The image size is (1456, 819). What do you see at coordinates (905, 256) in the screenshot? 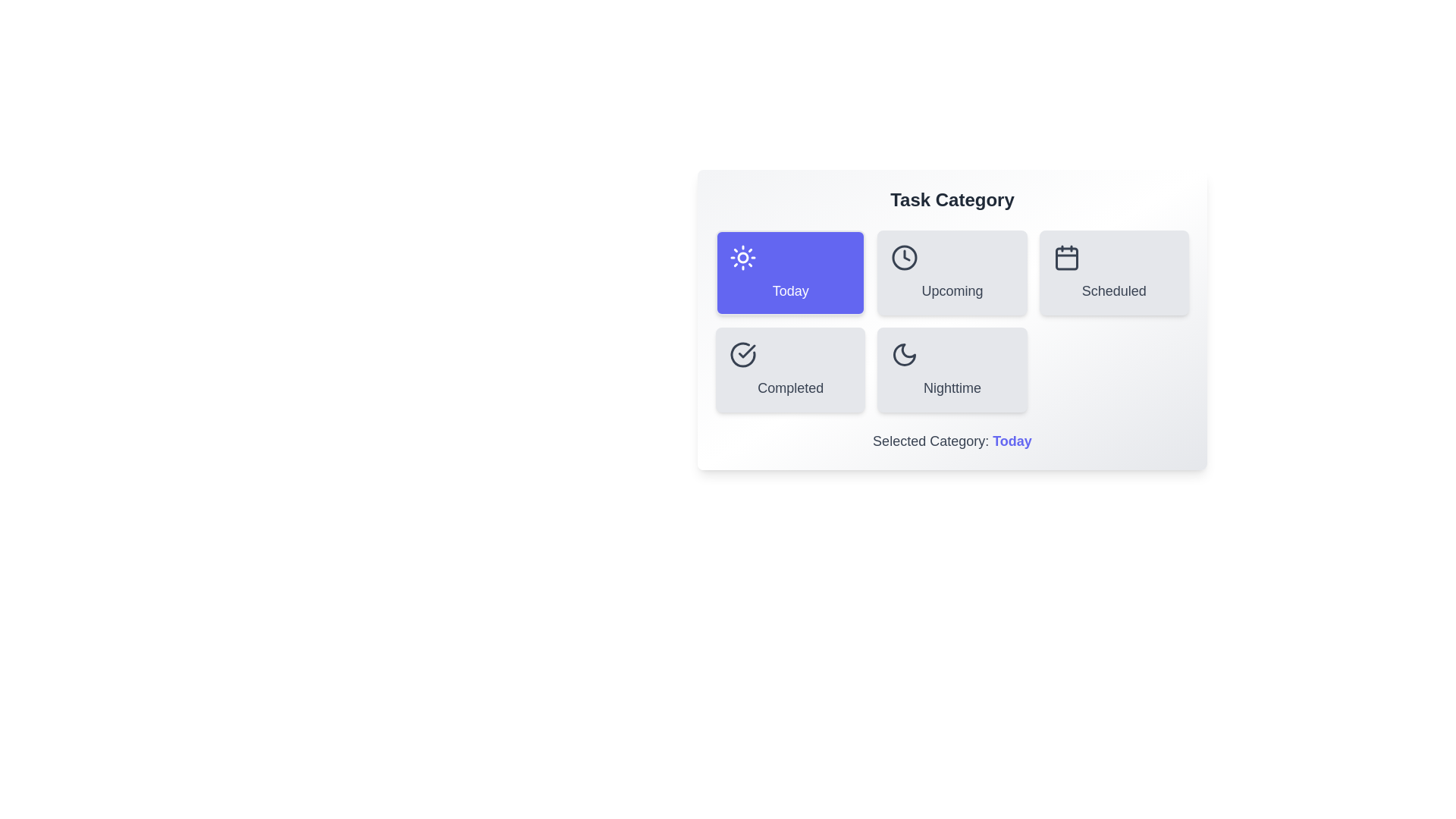
I see `the icon of the Upcoming category button` at bounding box center [905, 256].